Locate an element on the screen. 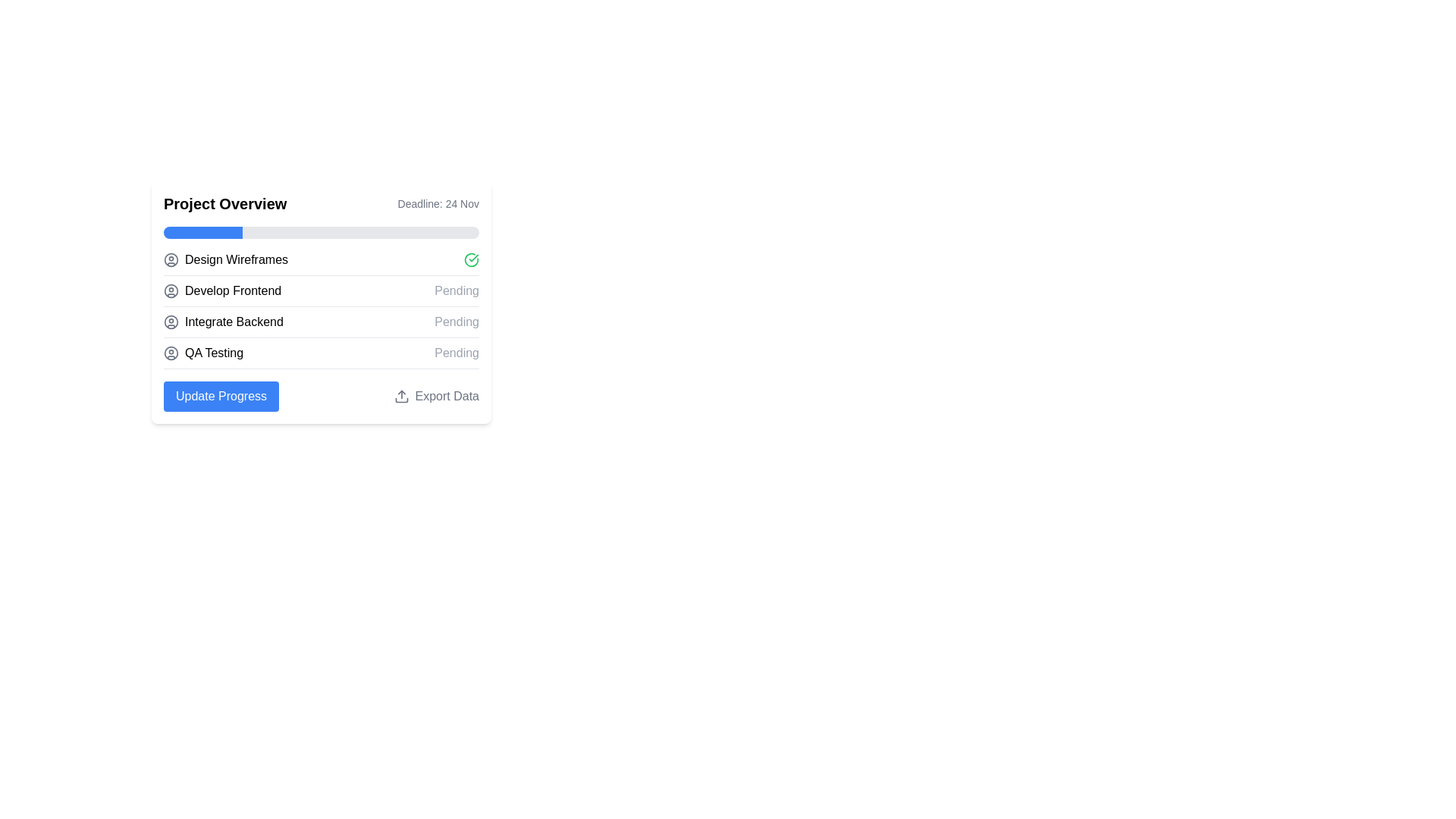 The height and width of the screenshot is (819, 1456). the 'Export Data' button which contains an upward arrow icon on its left side is located at coordinates (401, 396).